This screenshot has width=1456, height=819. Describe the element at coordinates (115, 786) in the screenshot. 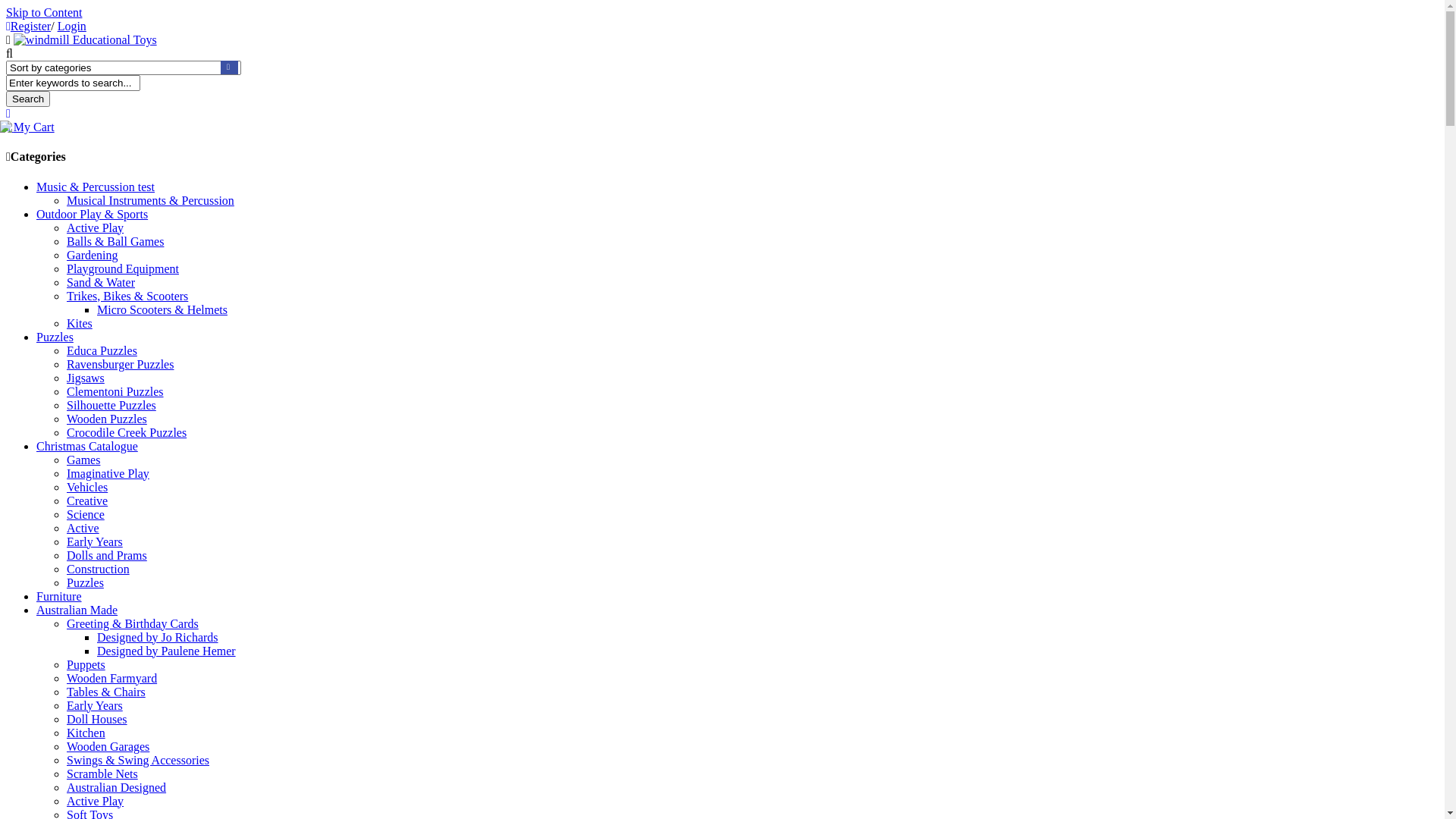

I see `'Australian Designed'` at that location.